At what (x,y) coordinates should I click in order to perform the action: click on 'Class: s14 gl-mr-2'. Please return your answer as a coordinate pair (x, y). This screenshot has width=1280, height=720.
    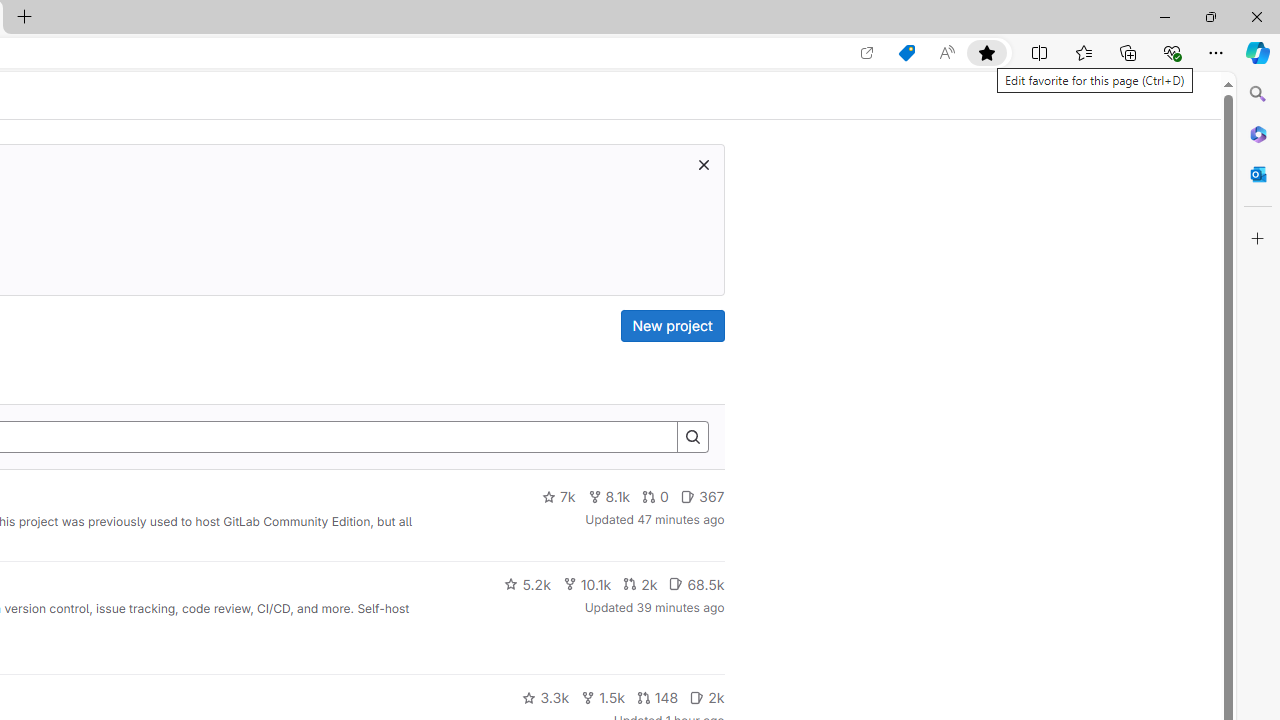
    Looking at the image, I should click on (697, 696).